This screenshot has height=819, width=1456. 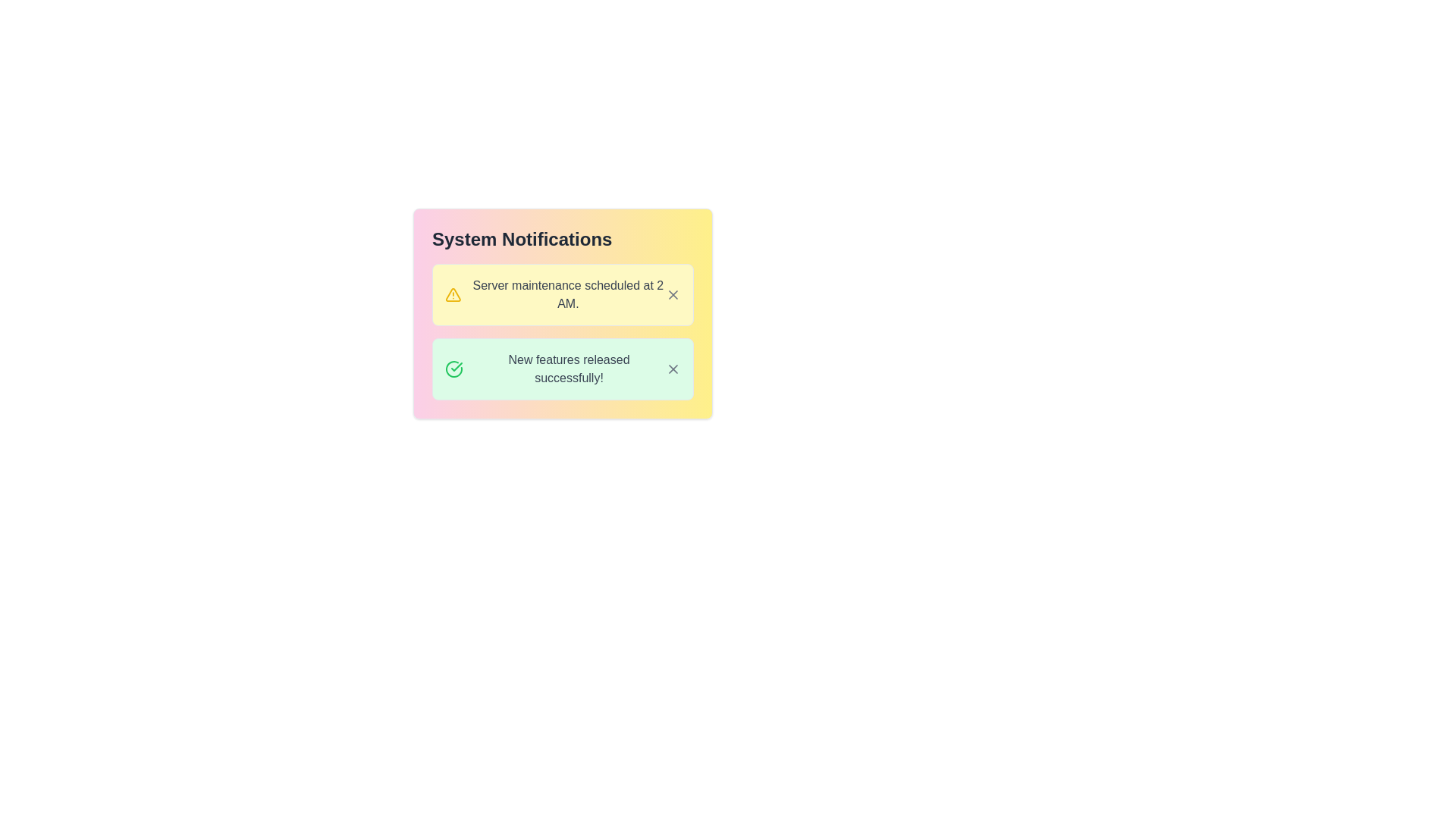 I want to click on the 'X' close icon in the top right corner of the notification labeled 'New features released successfully!', so click(x=673, y=369).